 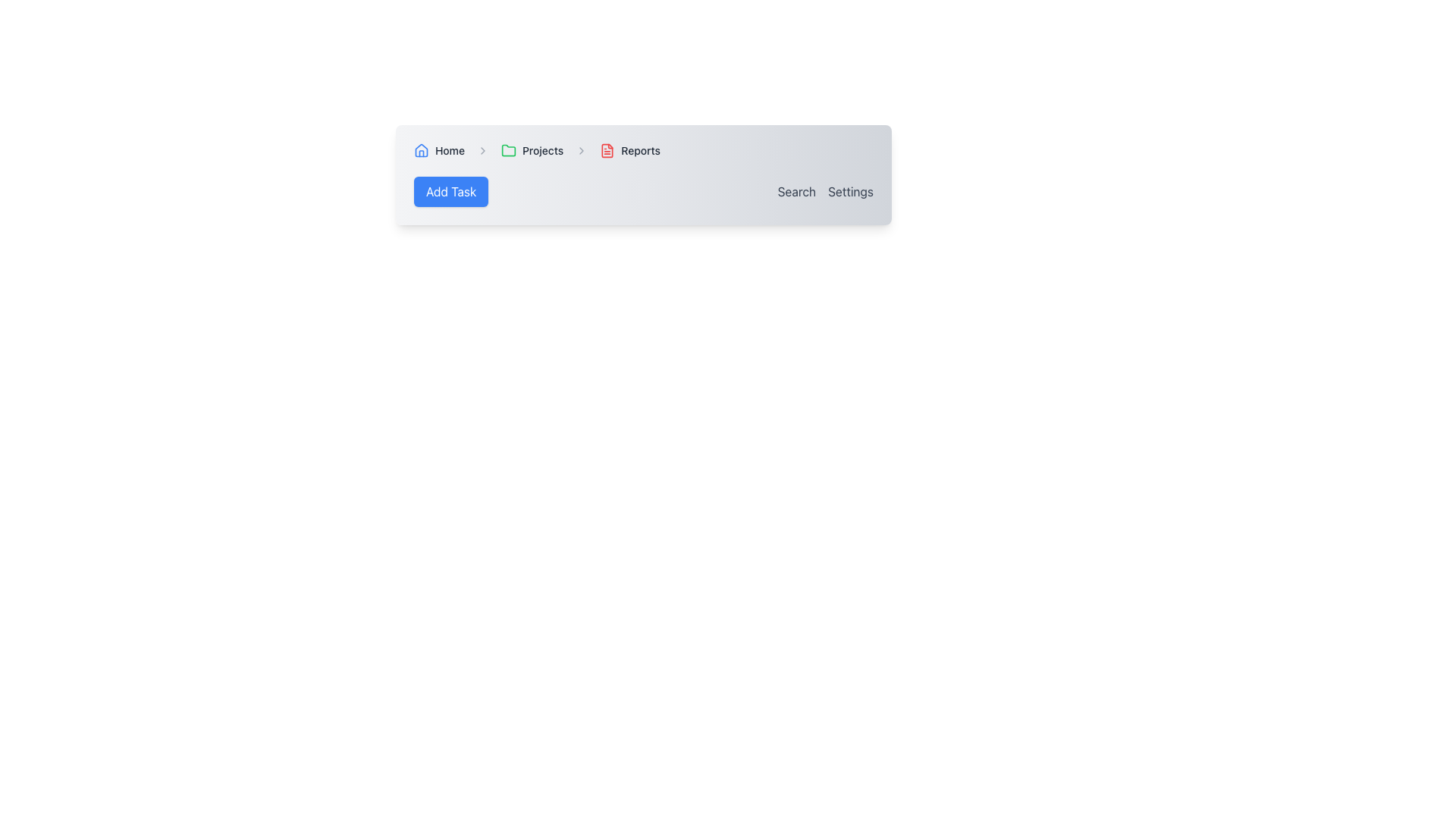 What do you see at coordinates (630, 151) in the screenshot?
I see `the 'Reports' breadcrumb navigation item, which features a red paper sheet icon and black text` at bounding box center [630, 151].